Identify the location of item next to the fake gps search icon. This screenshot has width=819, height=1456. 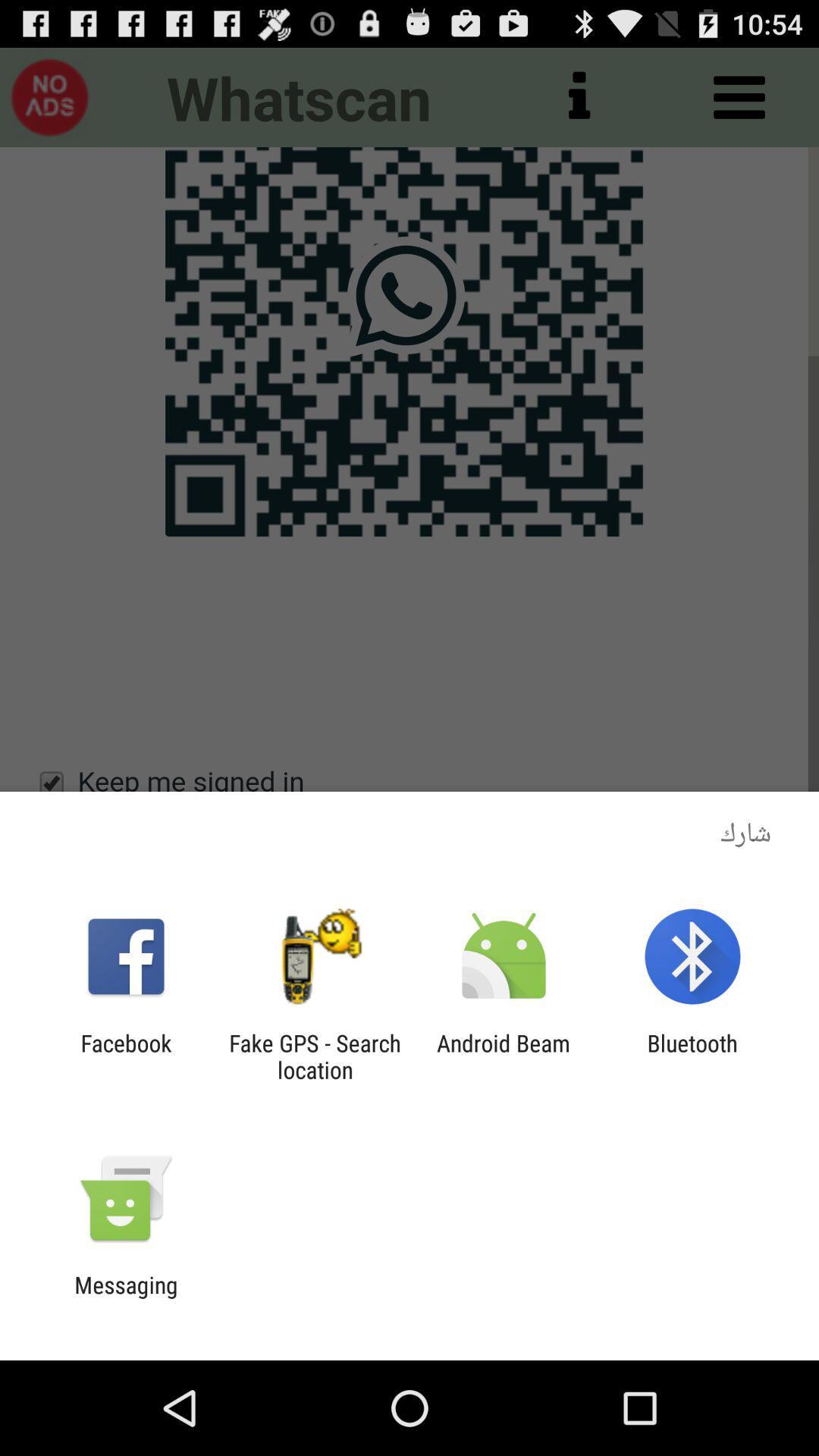
(125, 1056).